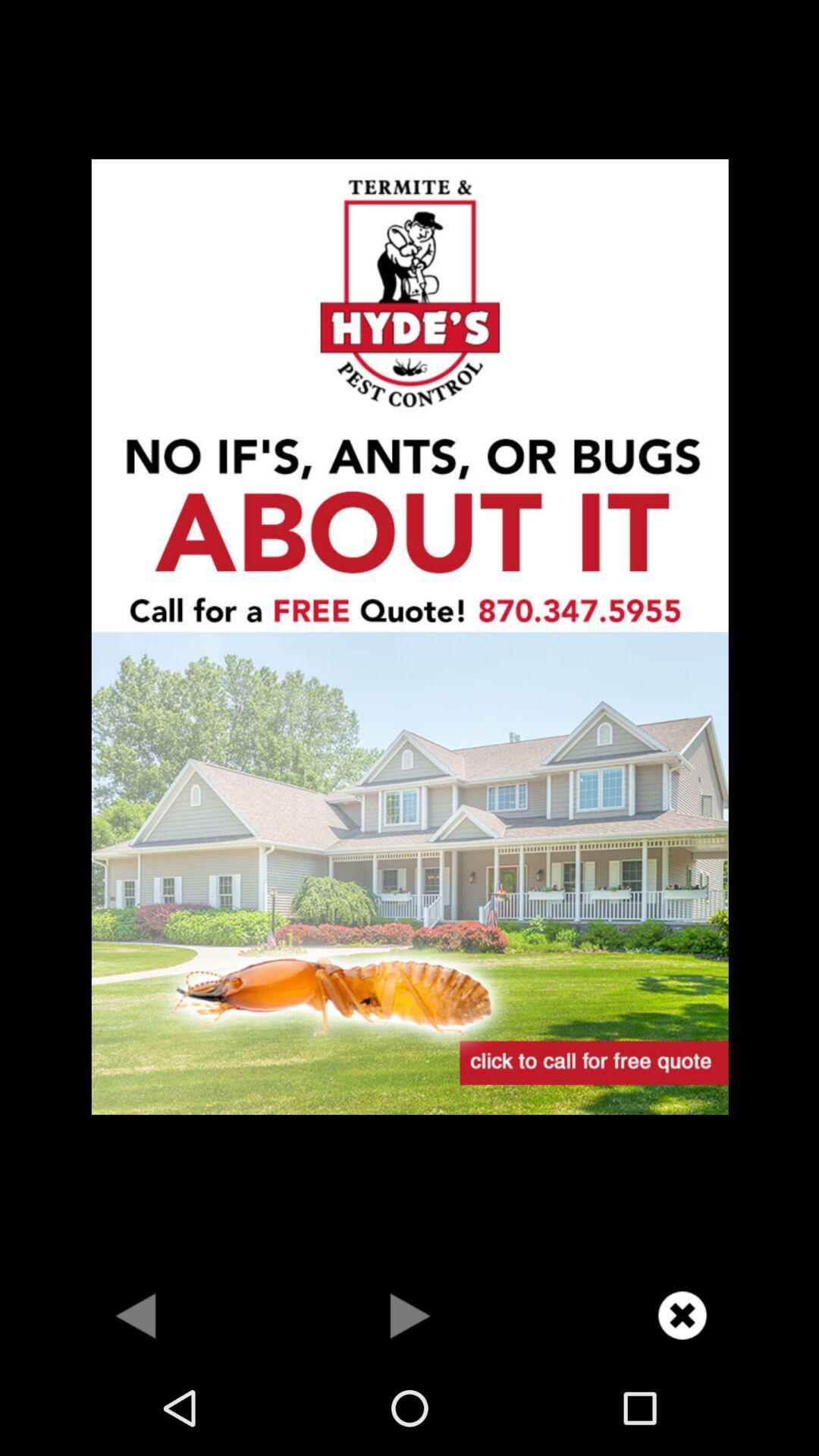 This screenshot has height=1456, width=819. What do you see at coordinates (409, 1314) in the screenshot?
I see `forward` at bounding box center [409, 1314].